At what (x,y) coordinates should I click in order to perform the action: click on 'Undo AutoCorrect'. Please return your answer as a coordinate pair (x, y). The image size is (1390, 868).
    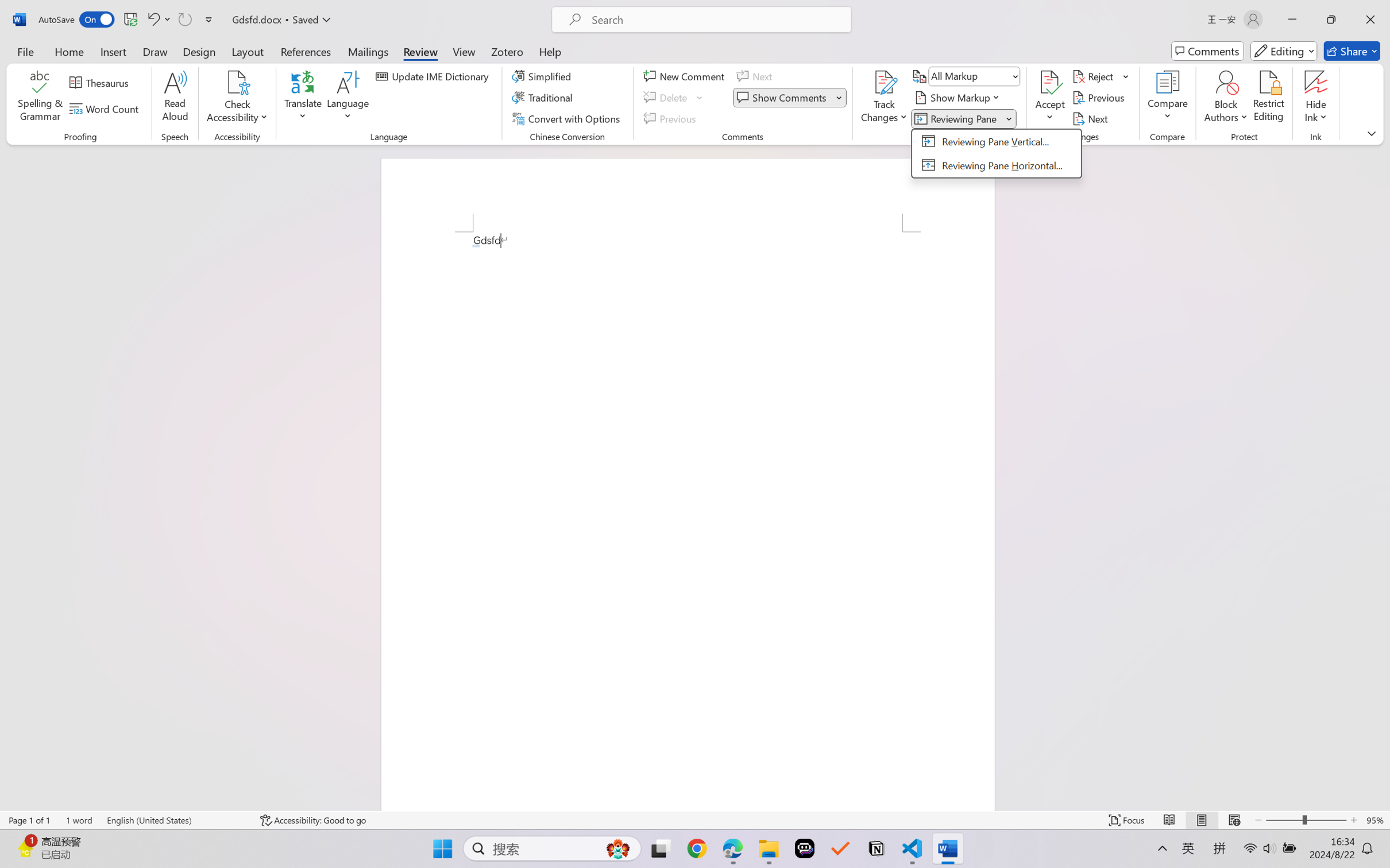
    Looking at the image, I should click on (152, 19).